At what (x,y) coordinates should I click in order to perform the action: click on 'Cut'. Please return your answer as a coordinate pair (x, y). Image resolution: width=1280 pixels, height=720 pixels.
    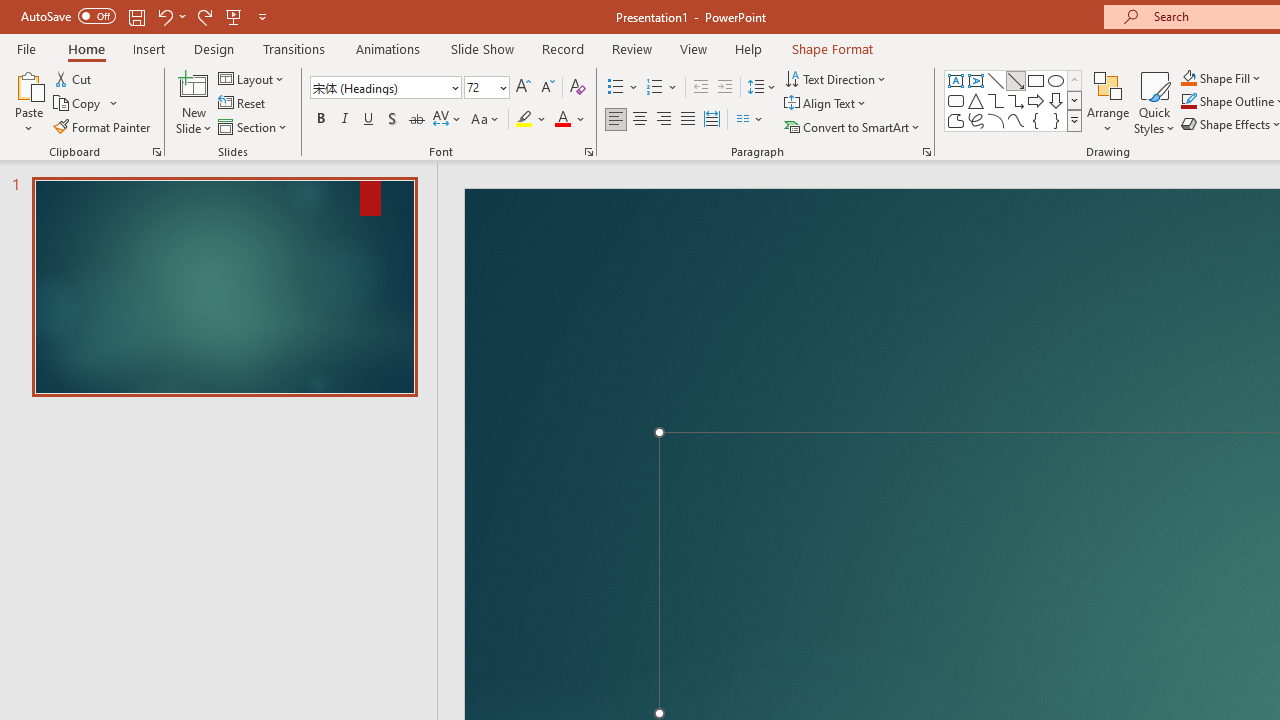
    Looking at the image, I should click on (74, 78).